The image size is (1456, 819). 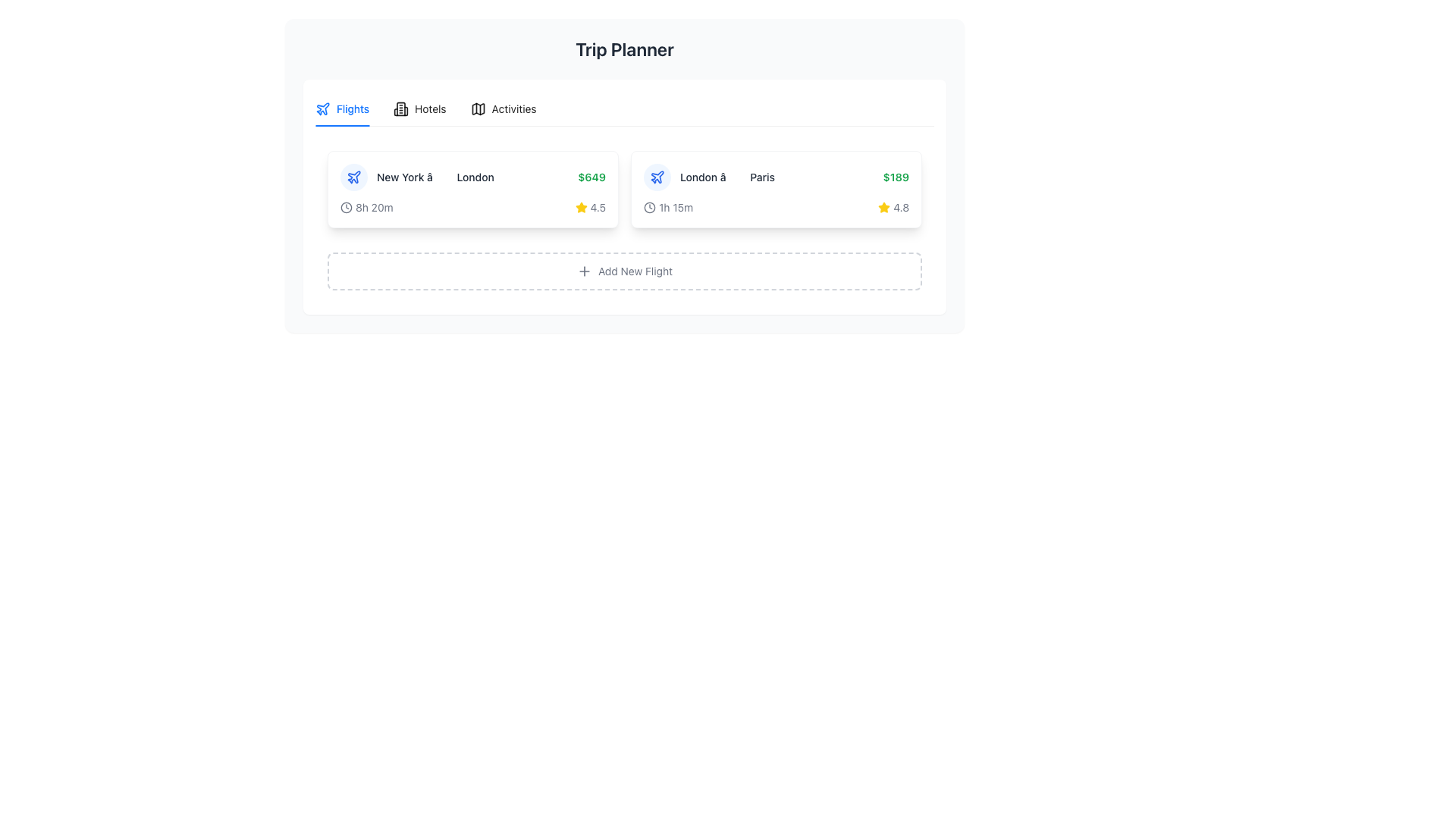 I want to click on the airplane icon, so click(x=322, y=108).